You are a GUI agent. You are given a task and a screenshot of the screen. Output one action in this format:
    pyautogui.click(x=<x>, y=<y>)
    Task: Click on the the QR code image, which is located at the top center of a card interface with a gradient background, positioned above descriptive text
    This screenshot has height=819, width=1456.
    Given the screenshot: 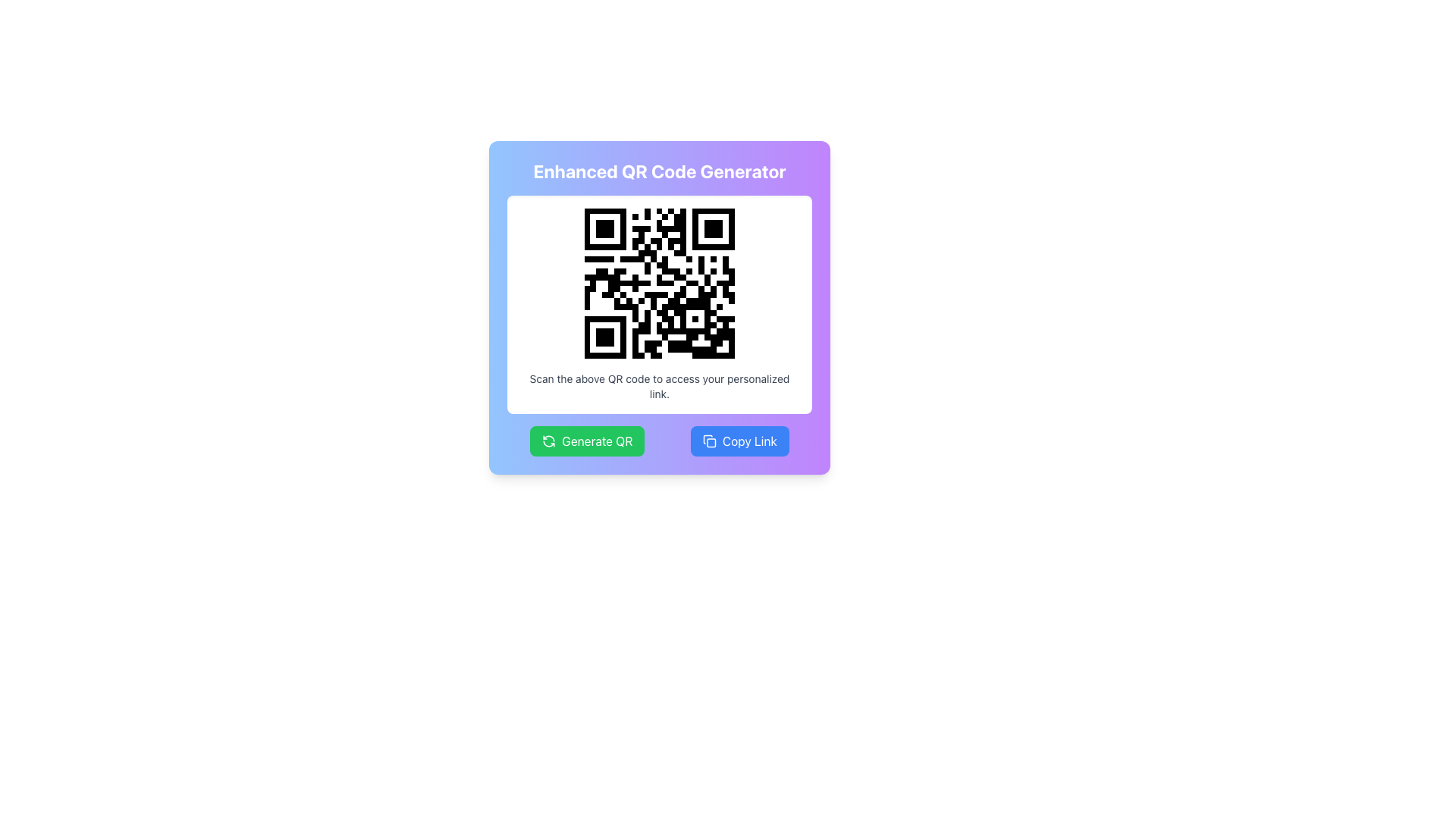 What is the action you would take?
    pyautogui.click(x=659, y=284)
    